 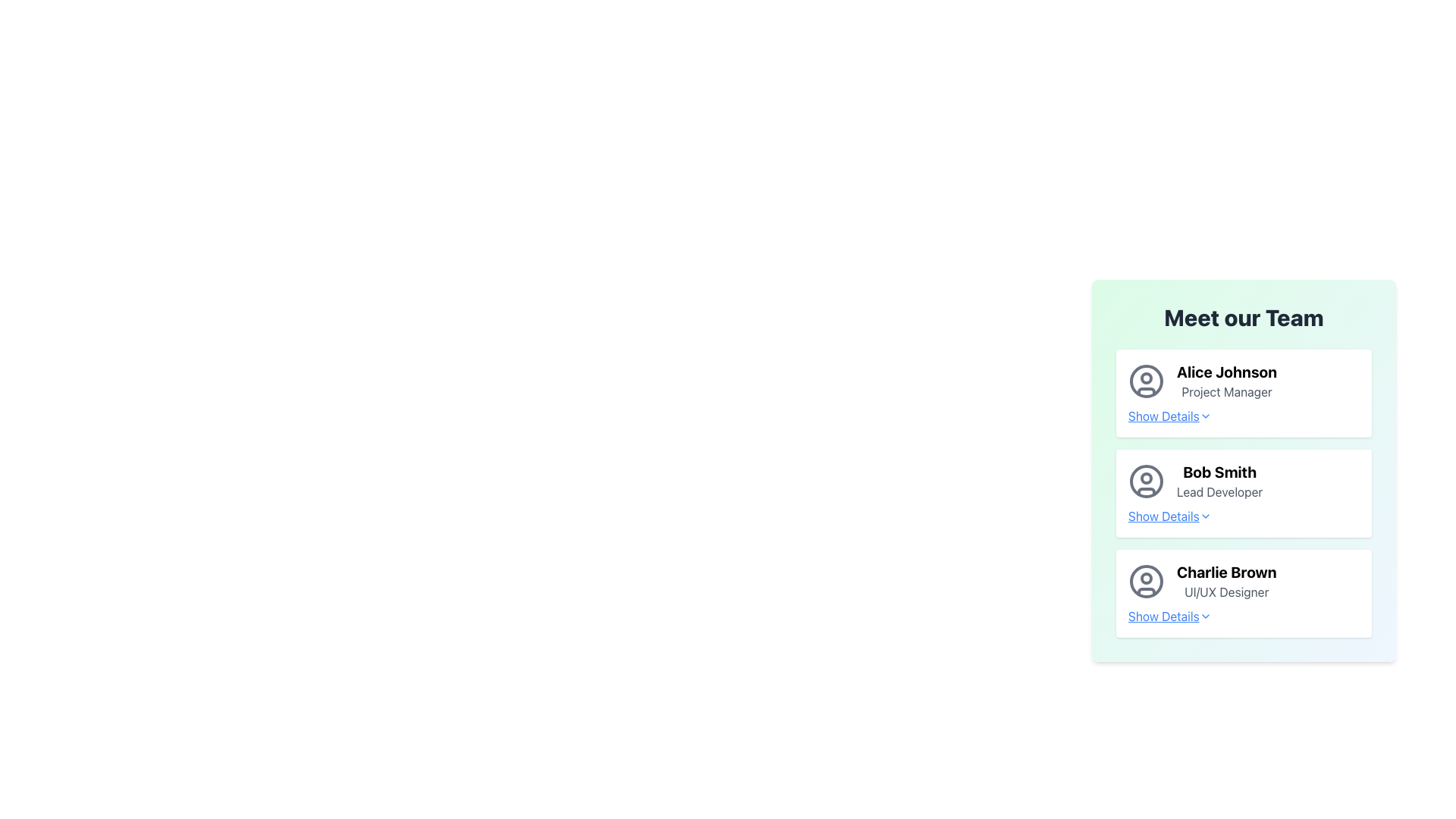 What do you see at coordinates (1244, 516) in the screenshot?
I see `the 'Show Details' hyperlink` at bounding box center [1244, 516].